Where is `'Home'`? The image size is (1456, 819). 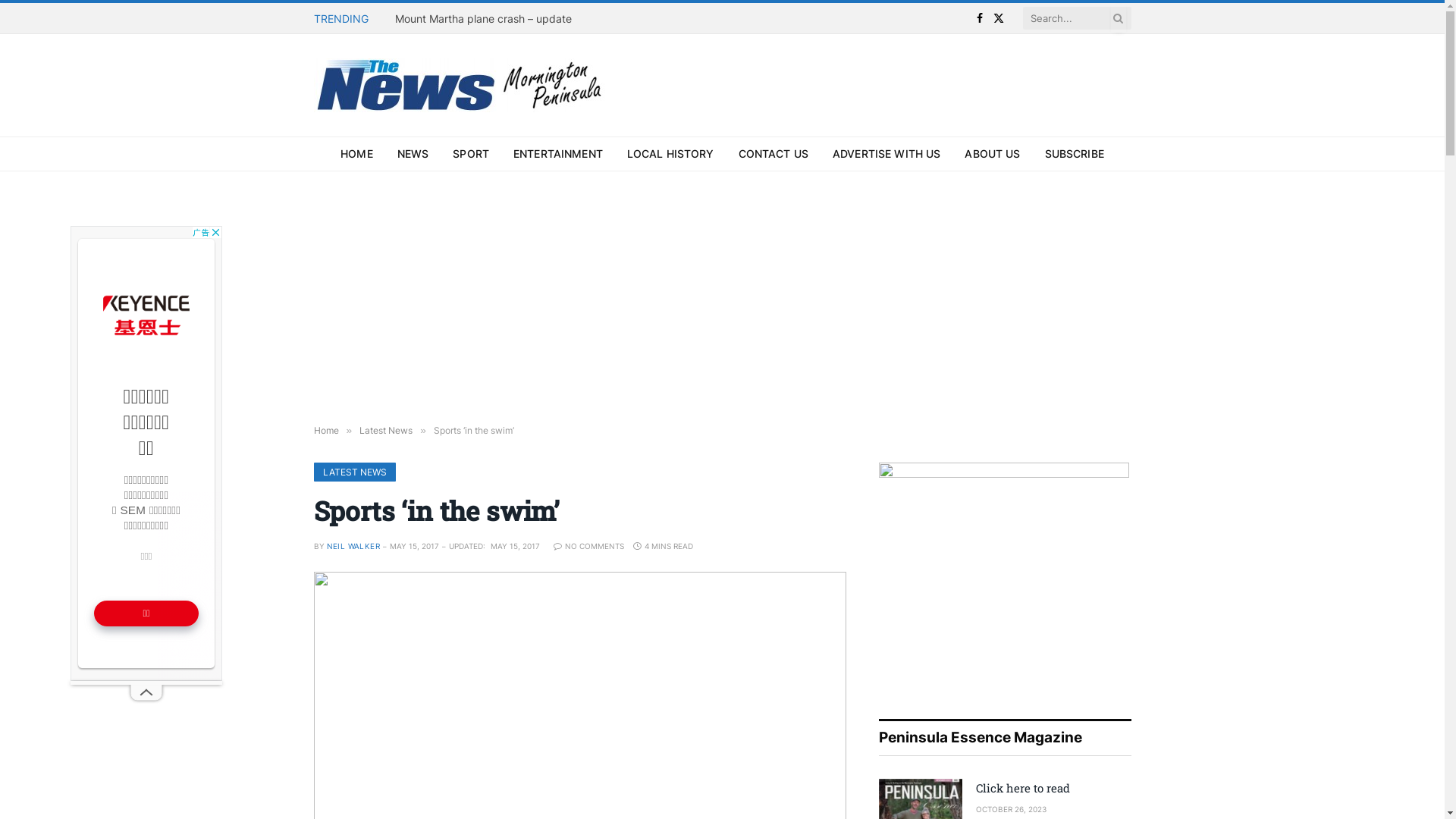 'Home' is located at coordinates (325, 430).